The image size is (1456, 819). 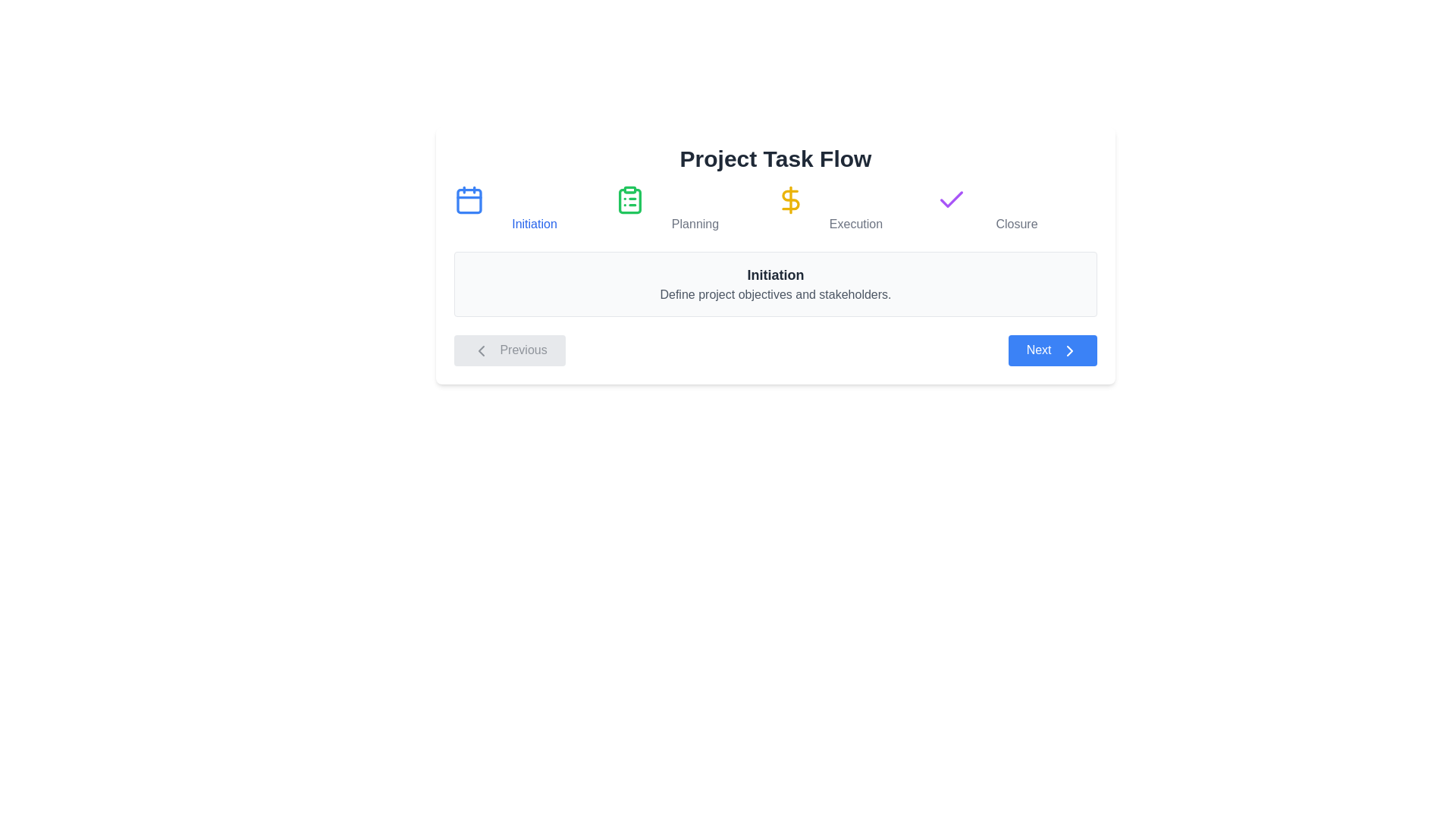 I want to click on the navigation button located at the bottom-left corner of the horizontal navigation bar to move to the previous step in the process, so click(x=510, y=350).